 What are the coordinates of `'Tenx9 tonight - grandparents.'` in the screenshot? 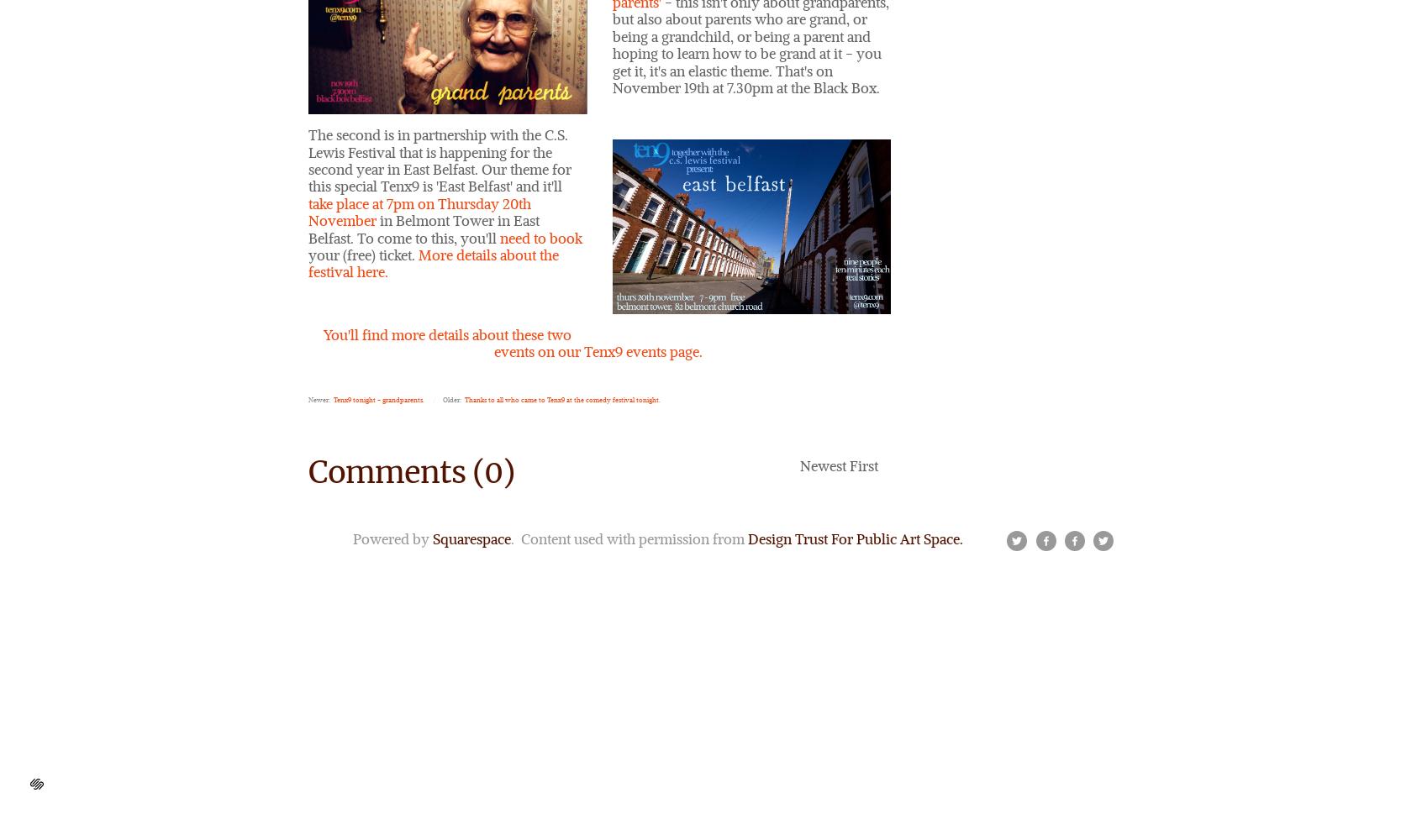 It's located at (378, 398).